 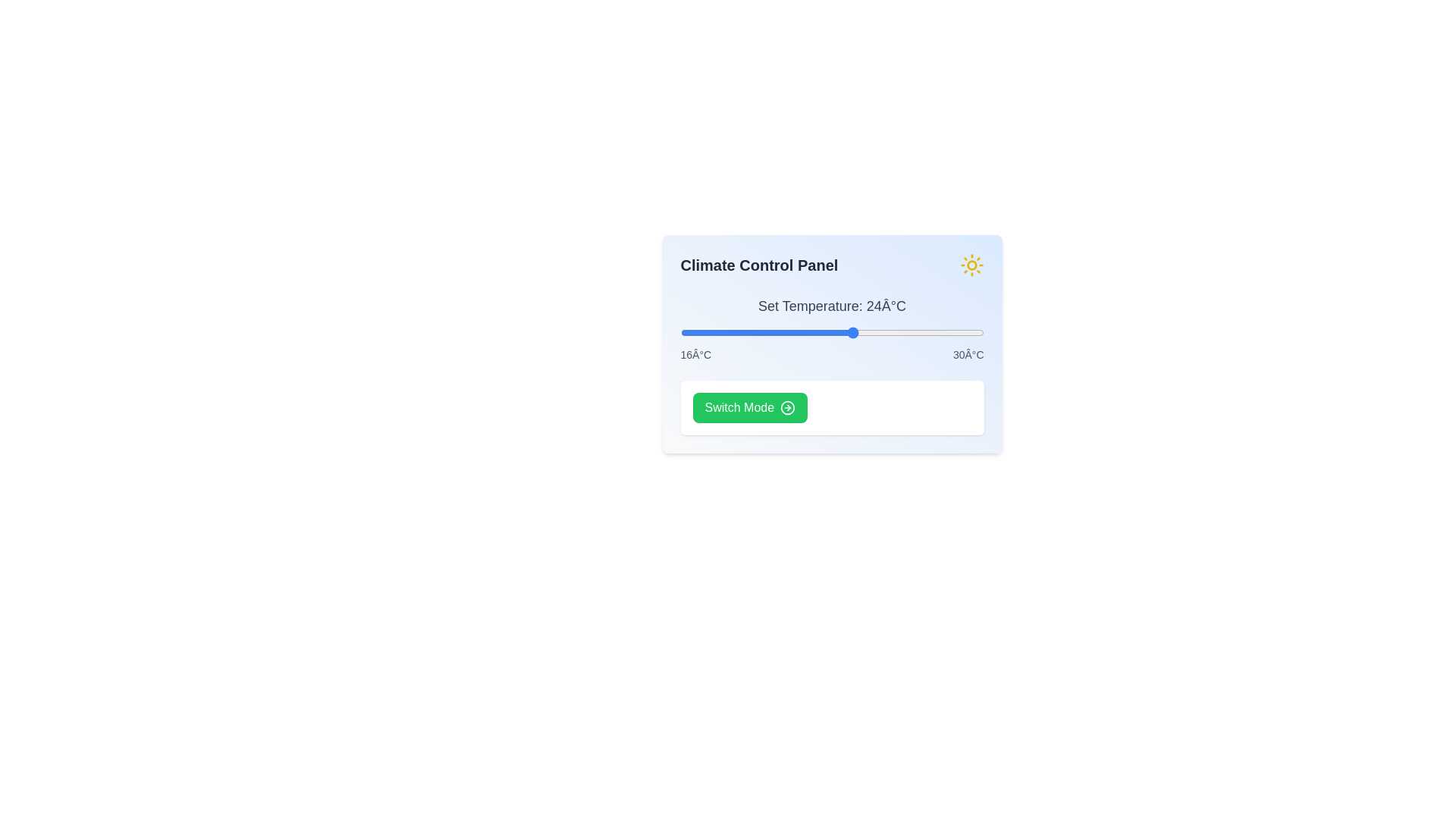 I want to click on the circular handle of the blue range slider located below the label 'Set Temperature: 24°C', so click(x=831, y=332).